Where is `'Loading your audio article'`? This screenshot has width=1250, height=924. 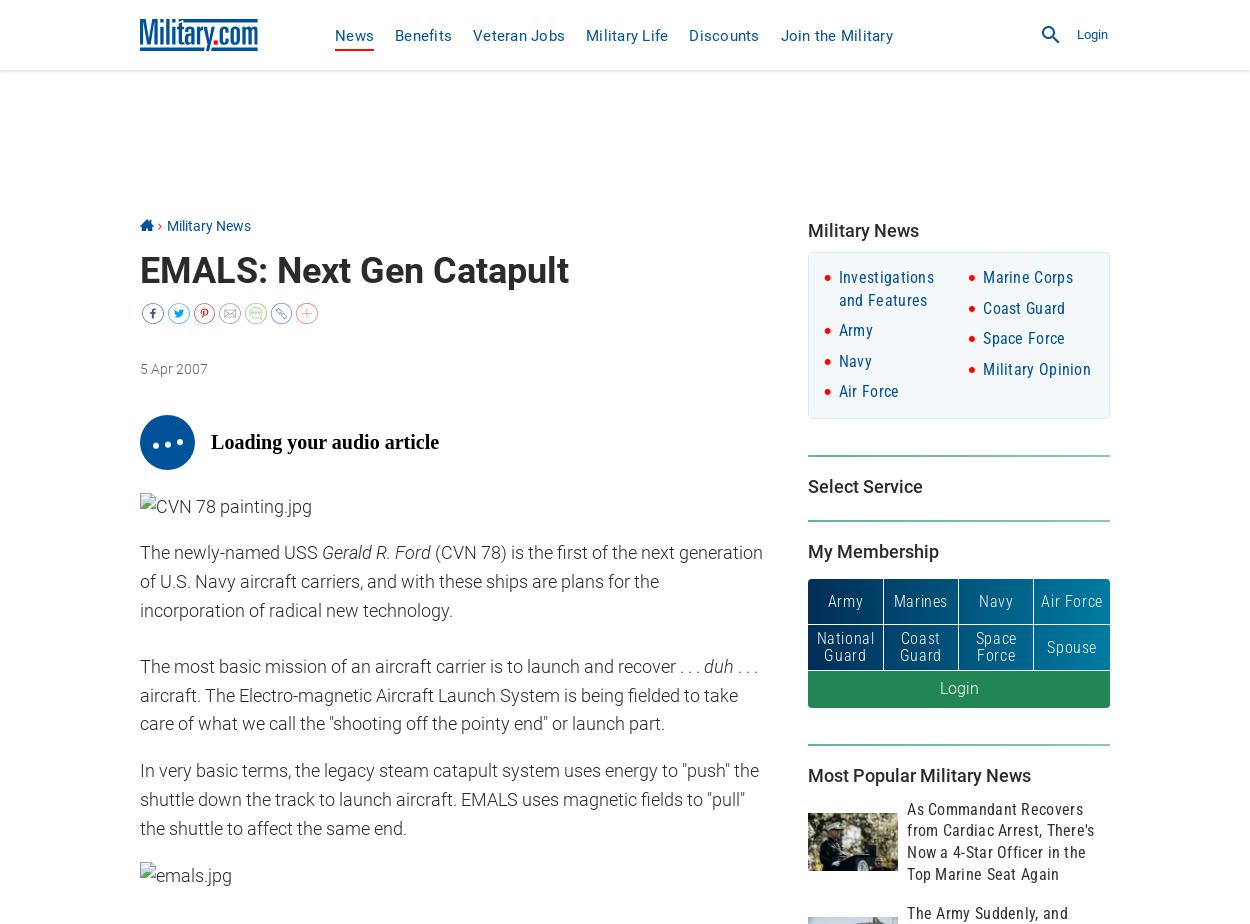
'Loading your audio article' is located at coordinates (324, 442).